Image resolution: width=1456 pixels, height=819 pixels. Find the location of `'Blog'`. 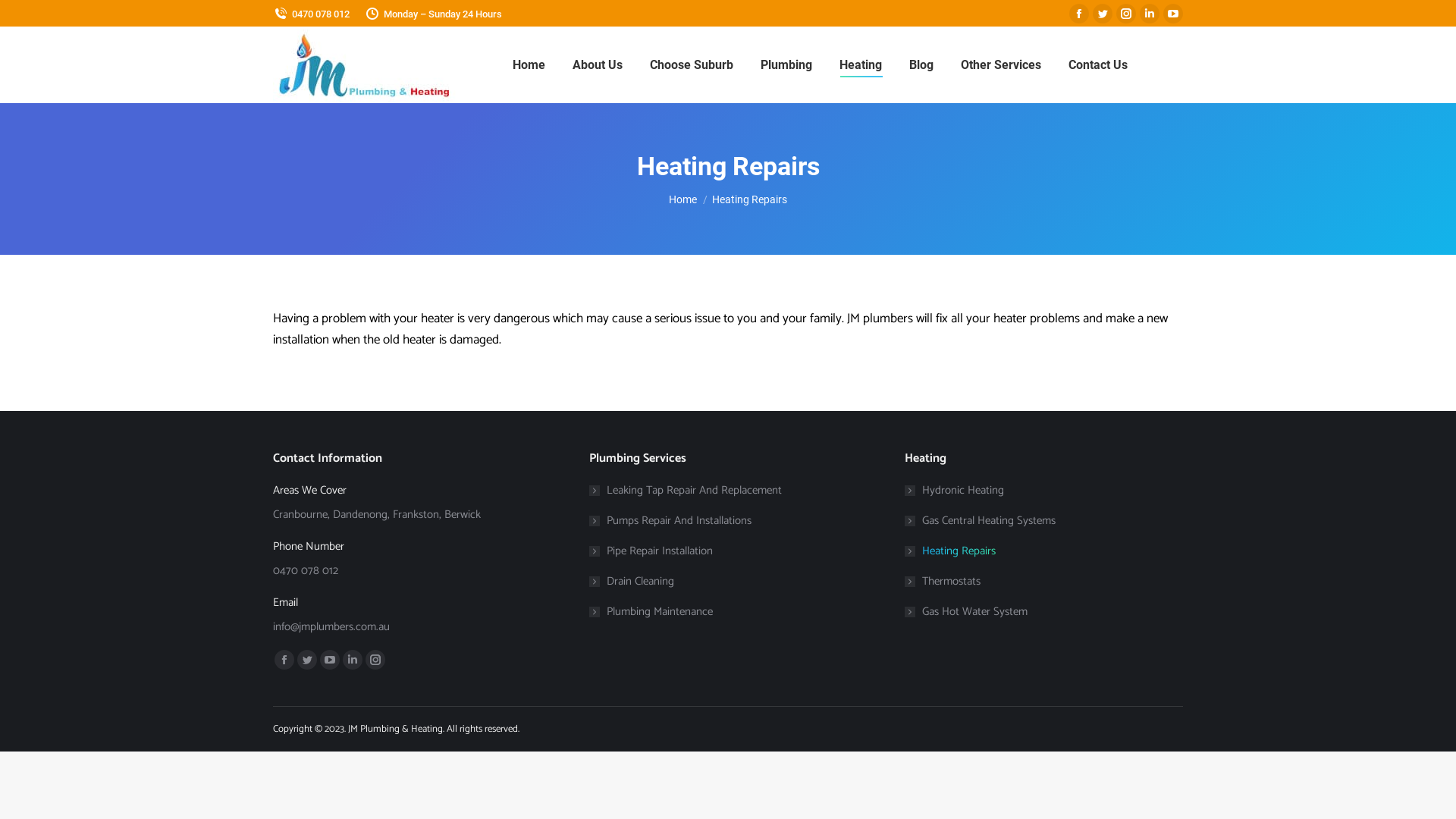

'Blog' is located at coordinates (920, 64).